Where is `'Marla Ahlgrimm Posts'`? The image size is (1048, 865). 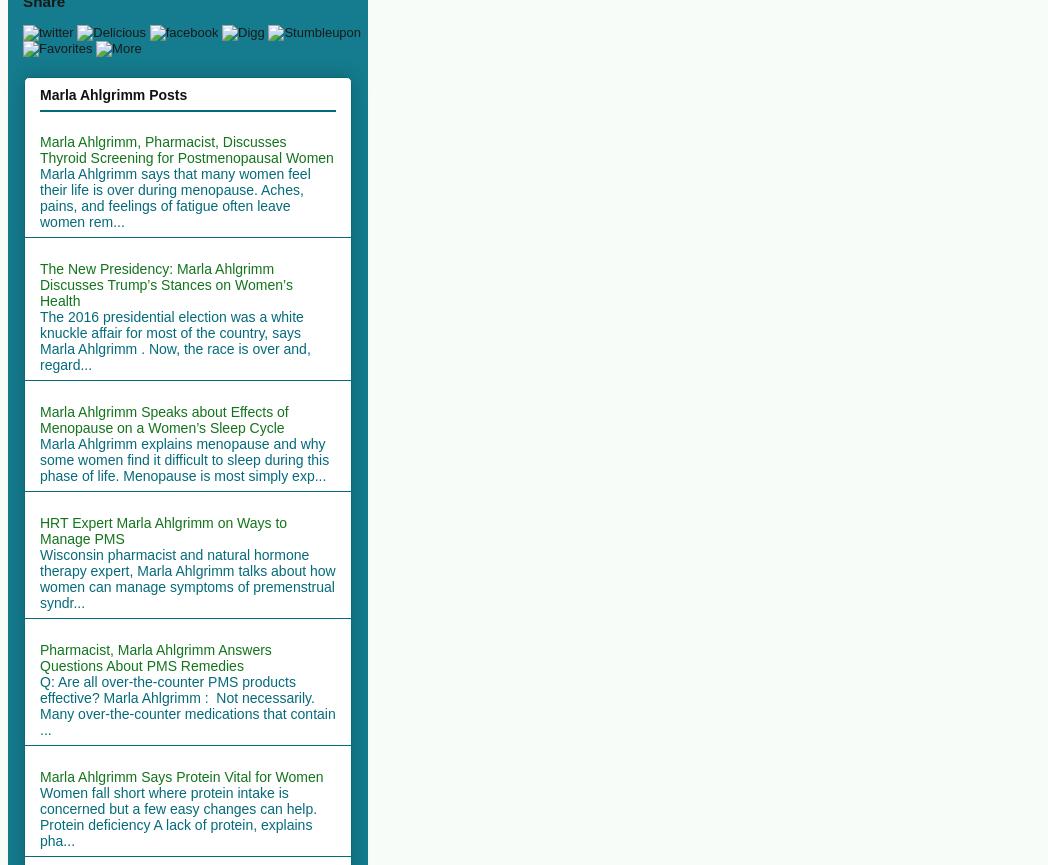
'Marla Ahlgrimm Posts' is located at coordinates (112, 94).